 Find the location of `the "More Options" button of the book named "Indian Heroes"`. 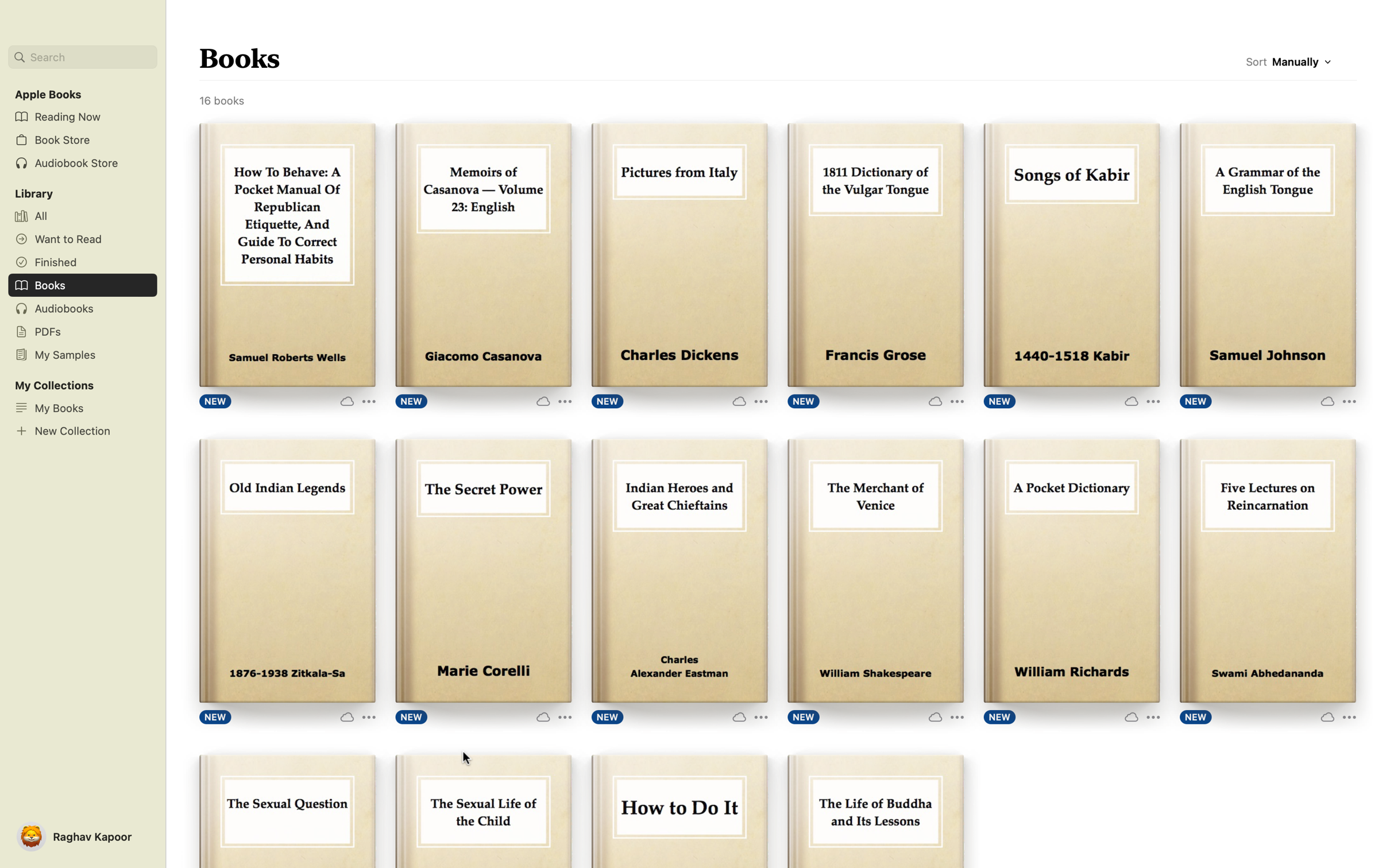

the "More Options" button of the book named "Indian Heroes" is located at coordinates (748, 715).